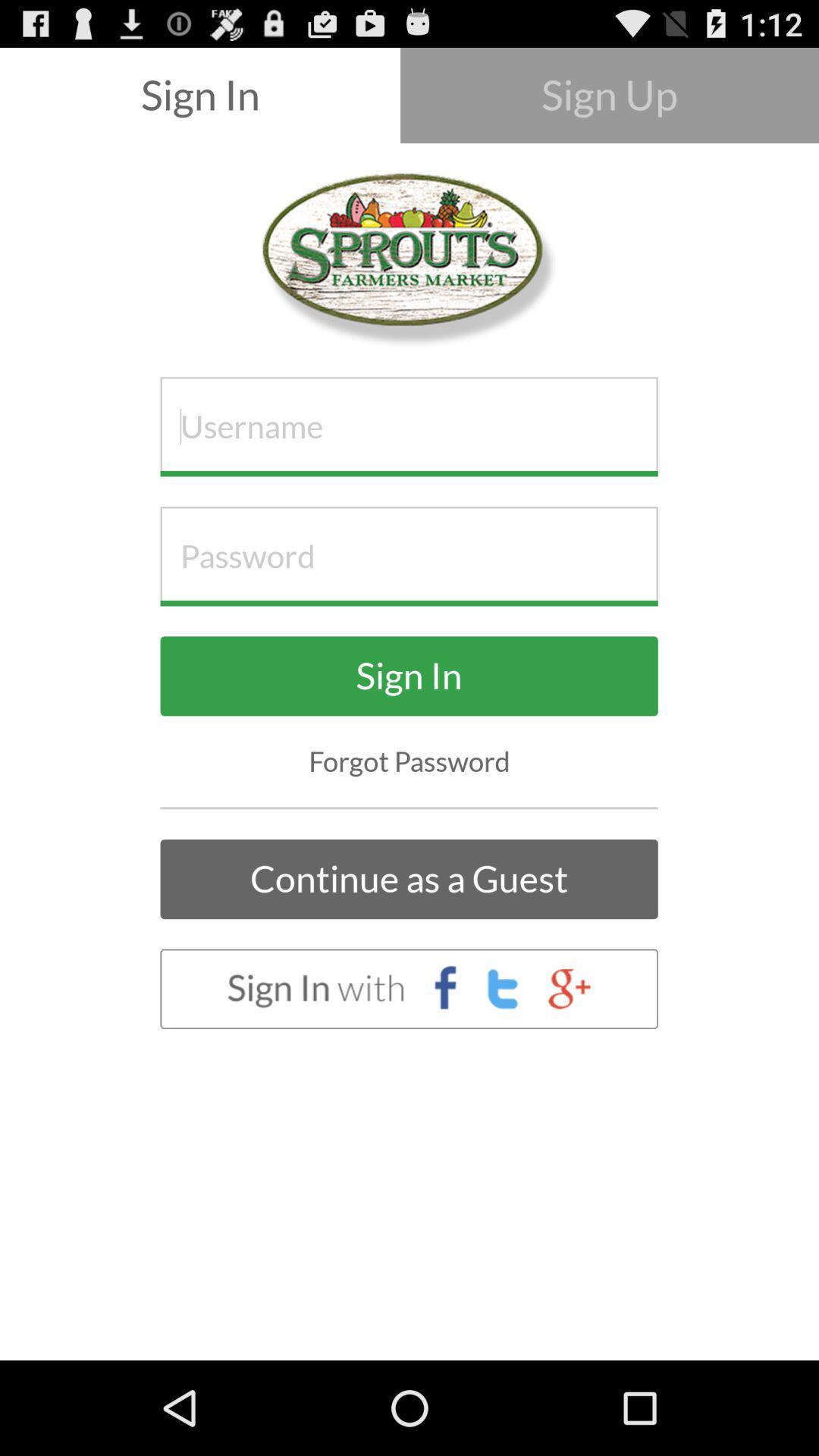 Image resolution: width=819 pixels, height=1456 pixels. I want to click on the forgot password item, so click(409, 761).